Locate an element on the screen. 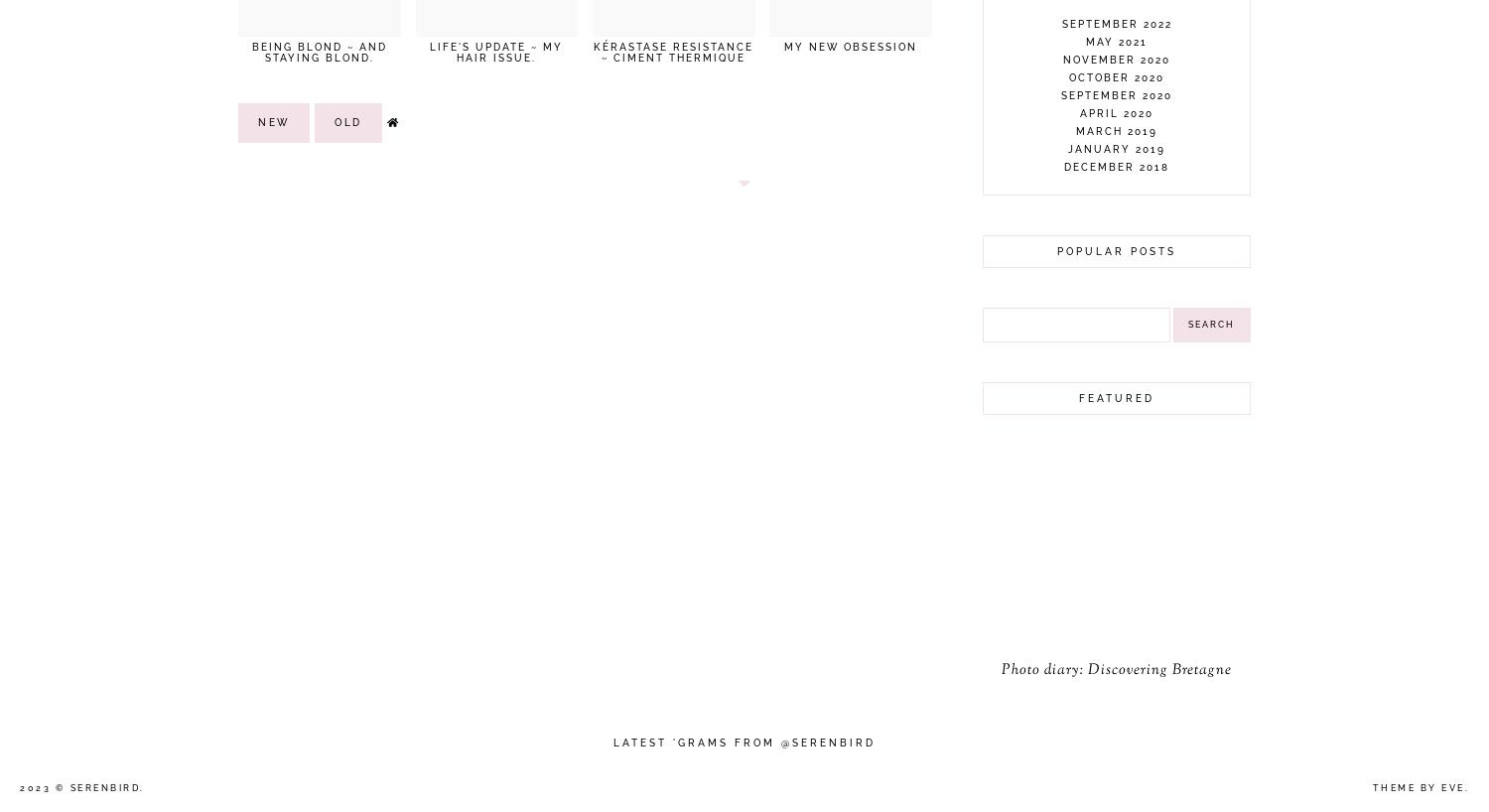  'July 2016' is located at coordinates (1117, 612).